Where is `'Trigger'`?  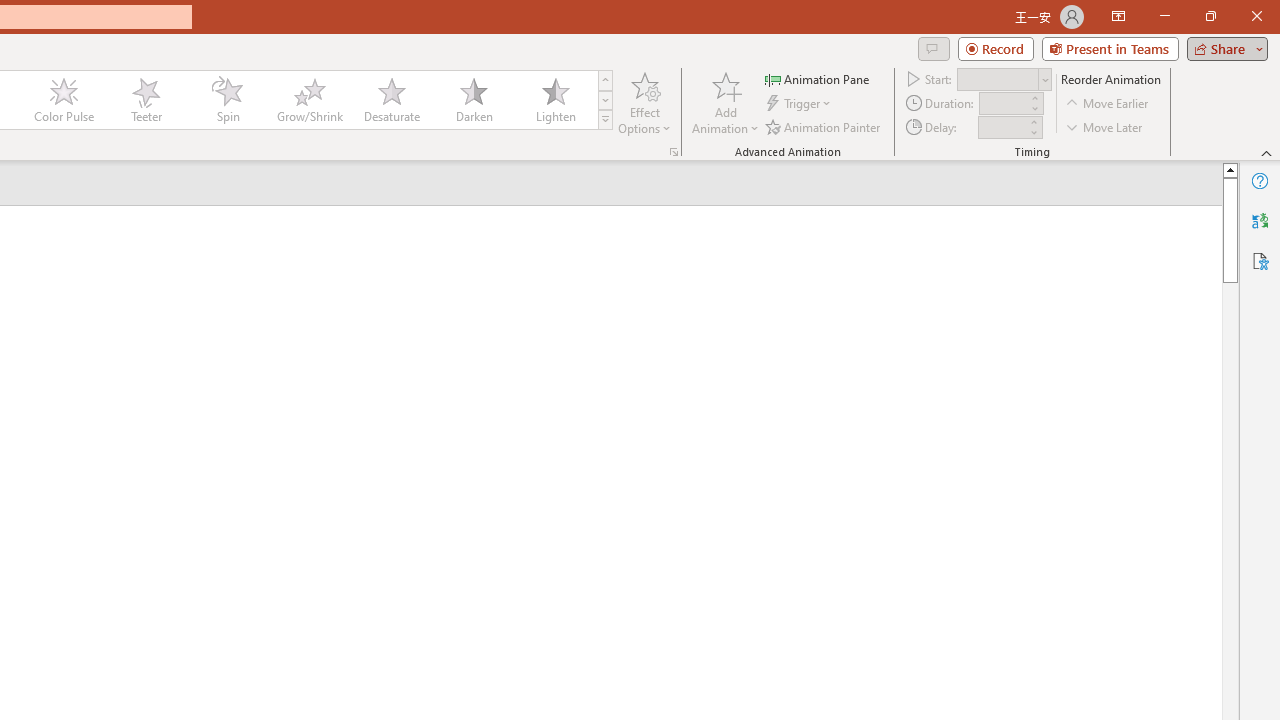 'Trigger' is located at coordinates (800, 103).